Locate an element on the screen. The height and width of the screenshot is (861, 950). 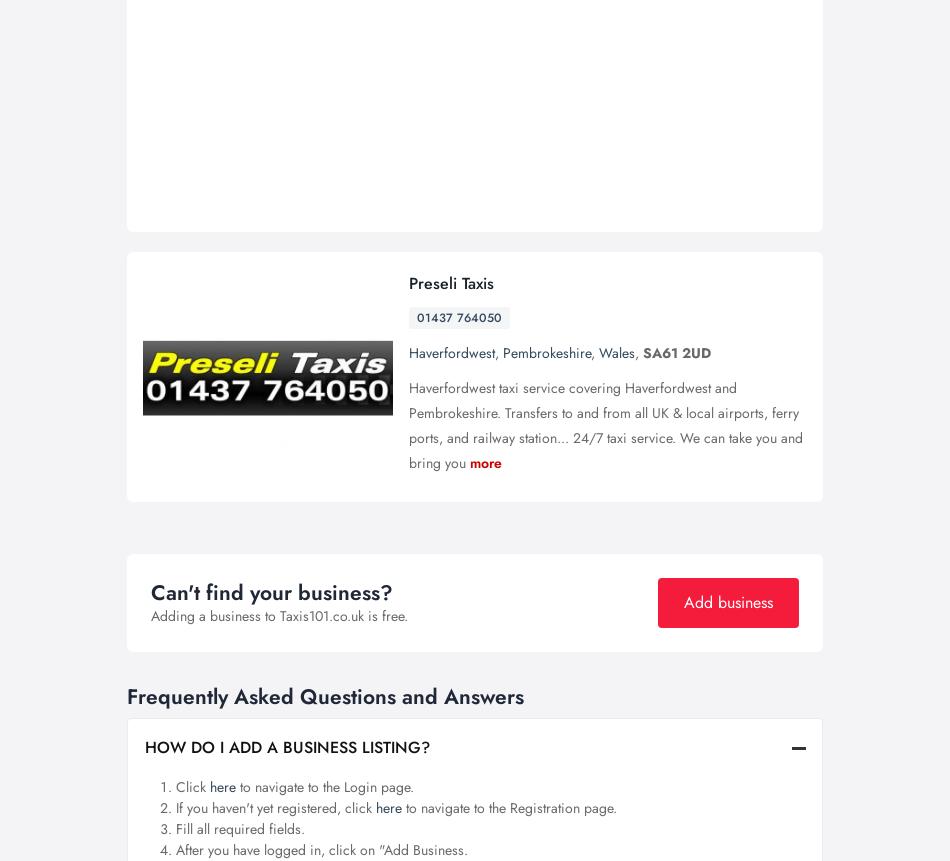
'Get a quote' is located at coordinates (400, 60).